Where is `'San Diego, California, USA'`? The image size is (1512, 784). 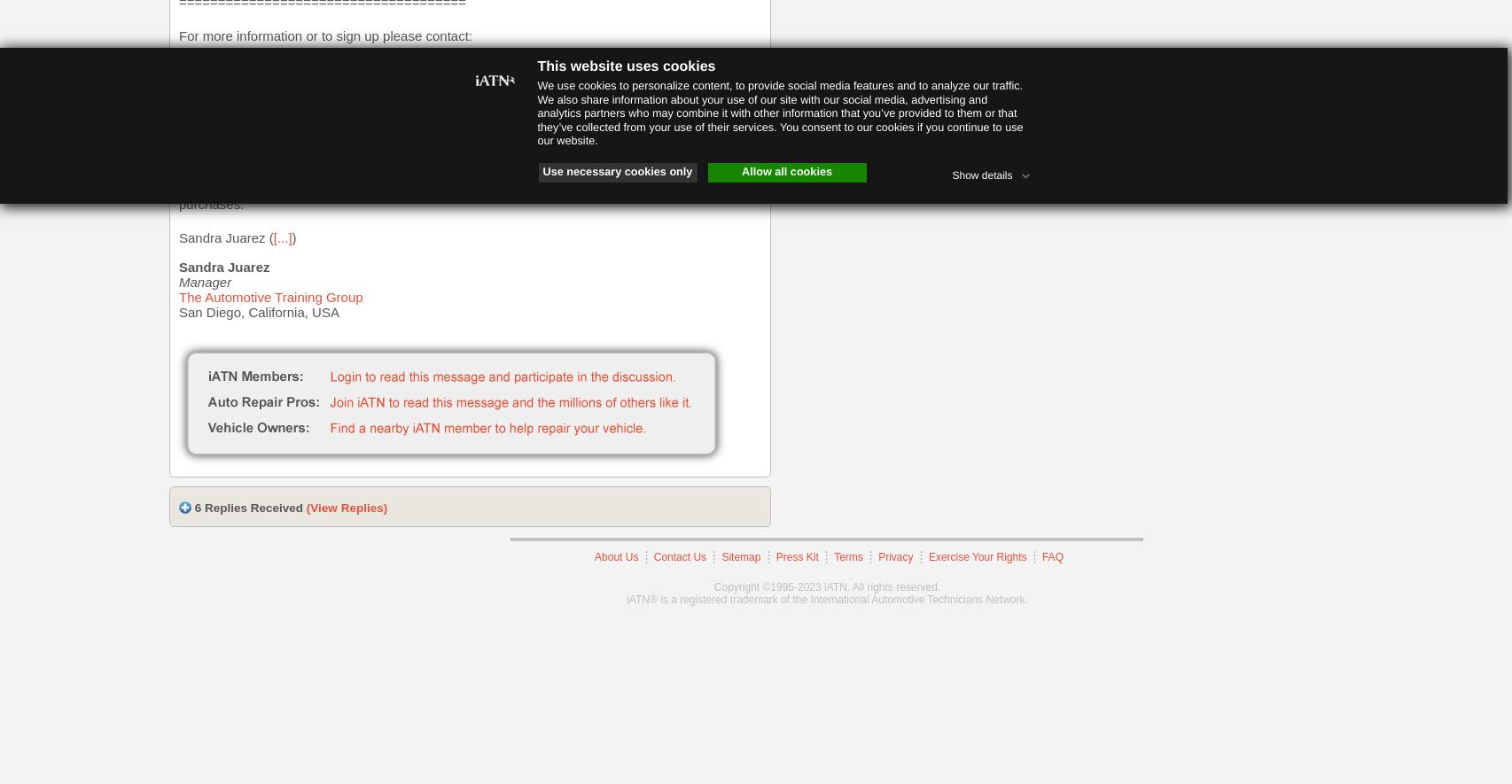
'San Diego, California, USA' is located at coordinates (259, 312).